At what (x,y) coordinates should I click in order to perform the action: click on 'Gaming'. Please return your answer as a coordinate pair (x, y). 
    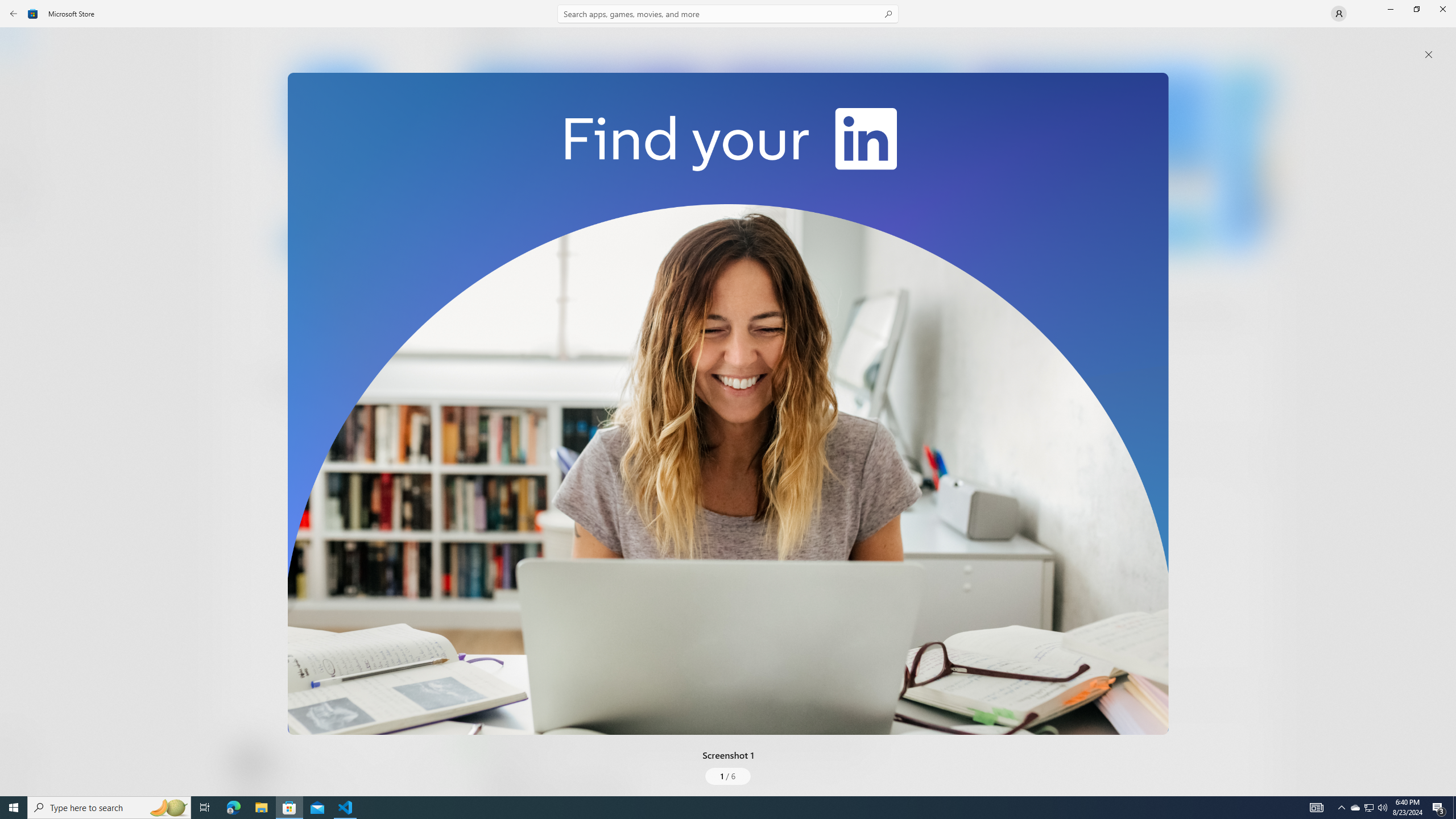
    Looking at the image, I should click on (19, 115).